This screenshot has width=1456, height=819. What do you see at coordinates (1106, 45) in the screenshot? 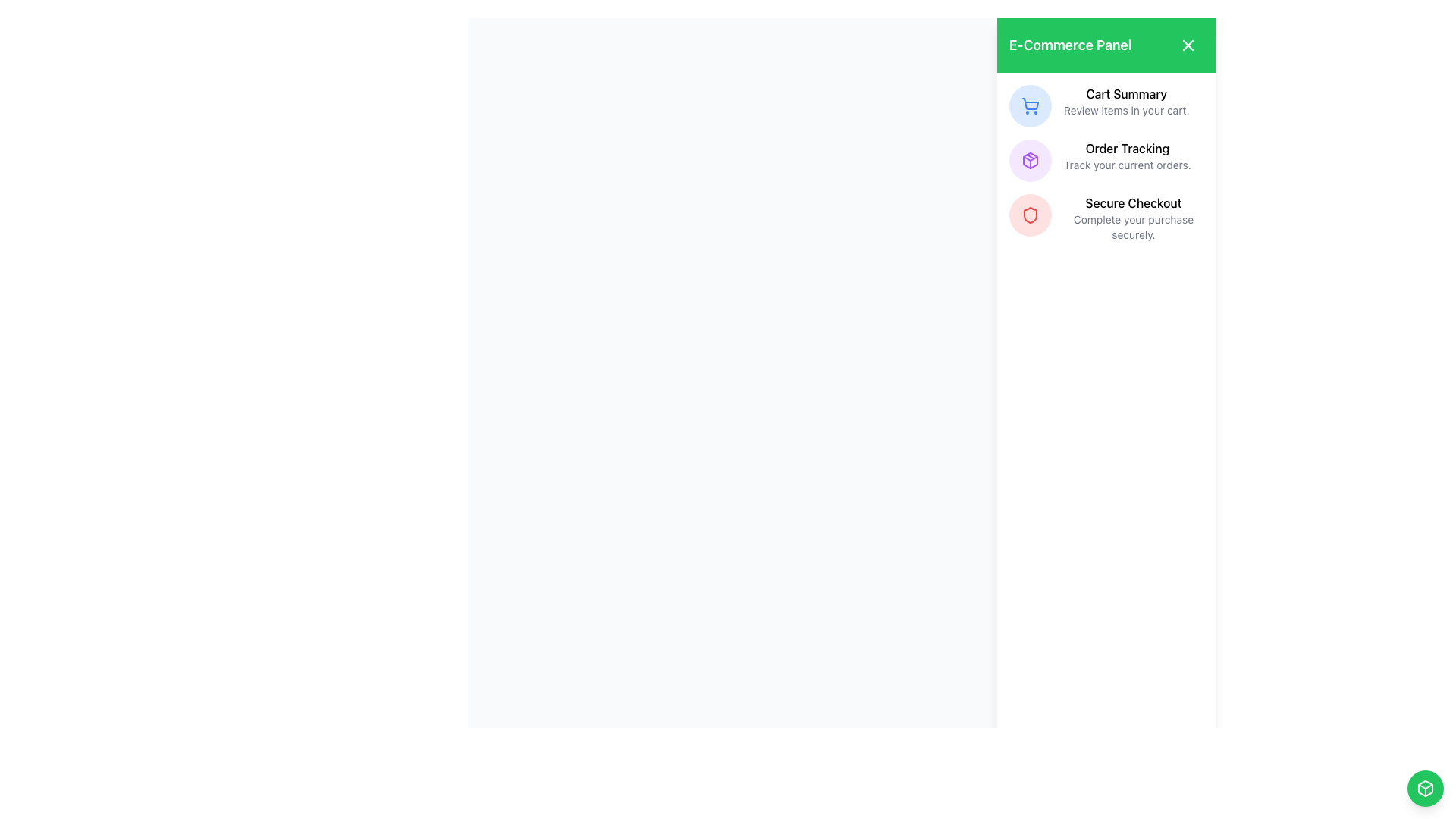
I see `the 'E-Commerce Panel' header in the sidebar` at bounding box center [1106, 45].